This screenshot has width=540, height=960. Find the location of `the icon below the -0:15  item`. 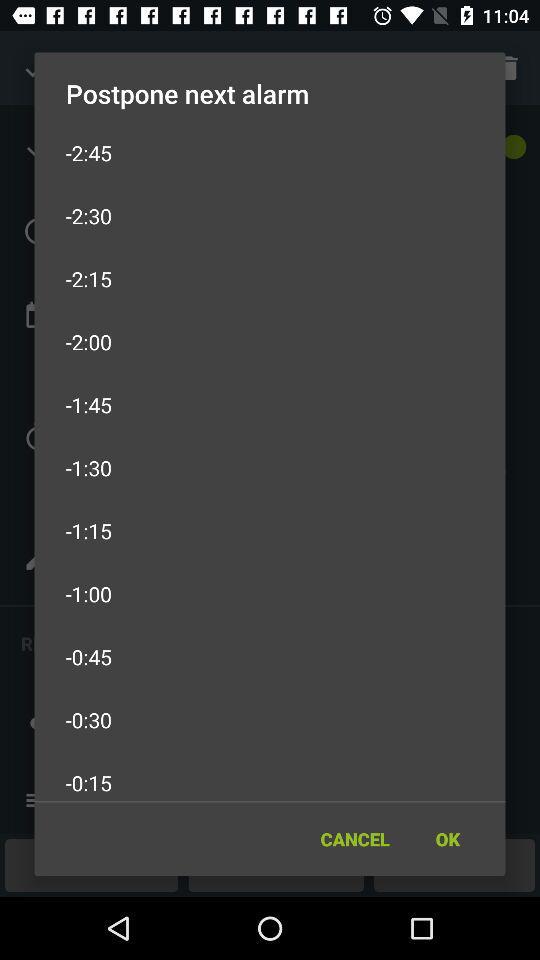

the icon below the -0:15  item is located at coordinates (447, 839).